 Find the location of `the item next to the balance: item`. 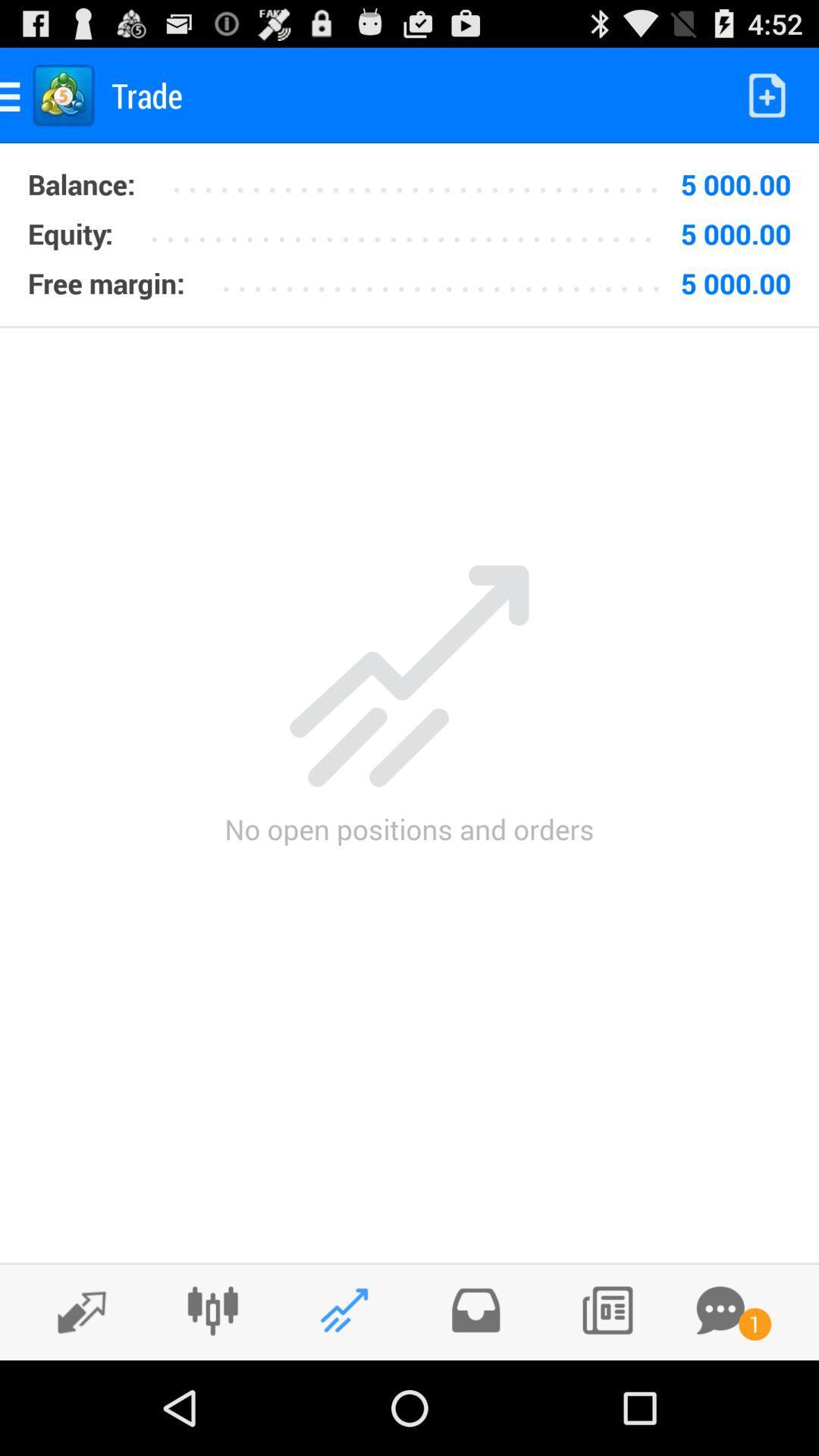

the item next to the balance: item is located at coordinates (410, 227).